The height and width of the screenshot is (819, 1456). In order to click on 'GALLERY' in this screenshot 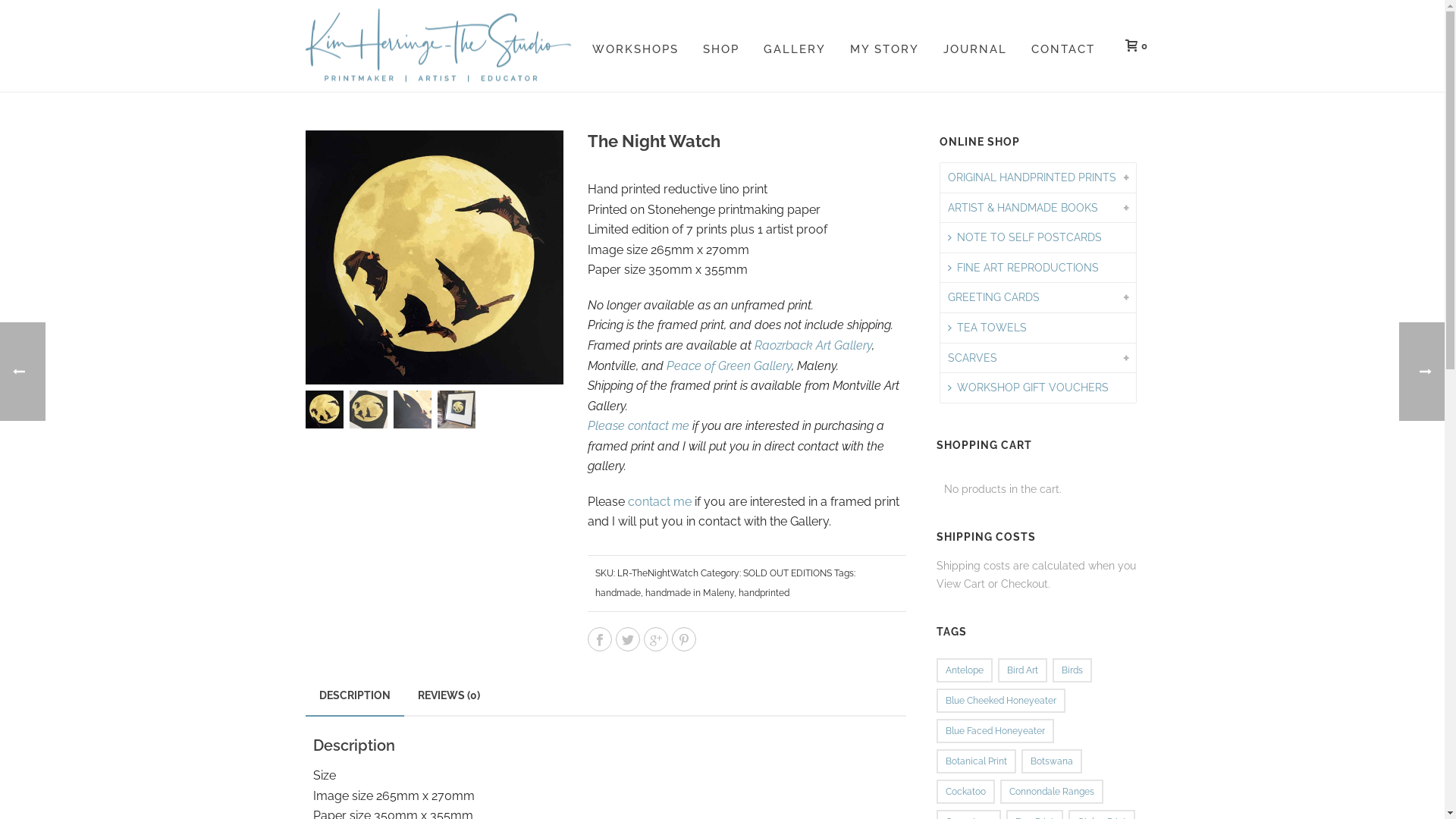, I will do `click(792, 45)`.